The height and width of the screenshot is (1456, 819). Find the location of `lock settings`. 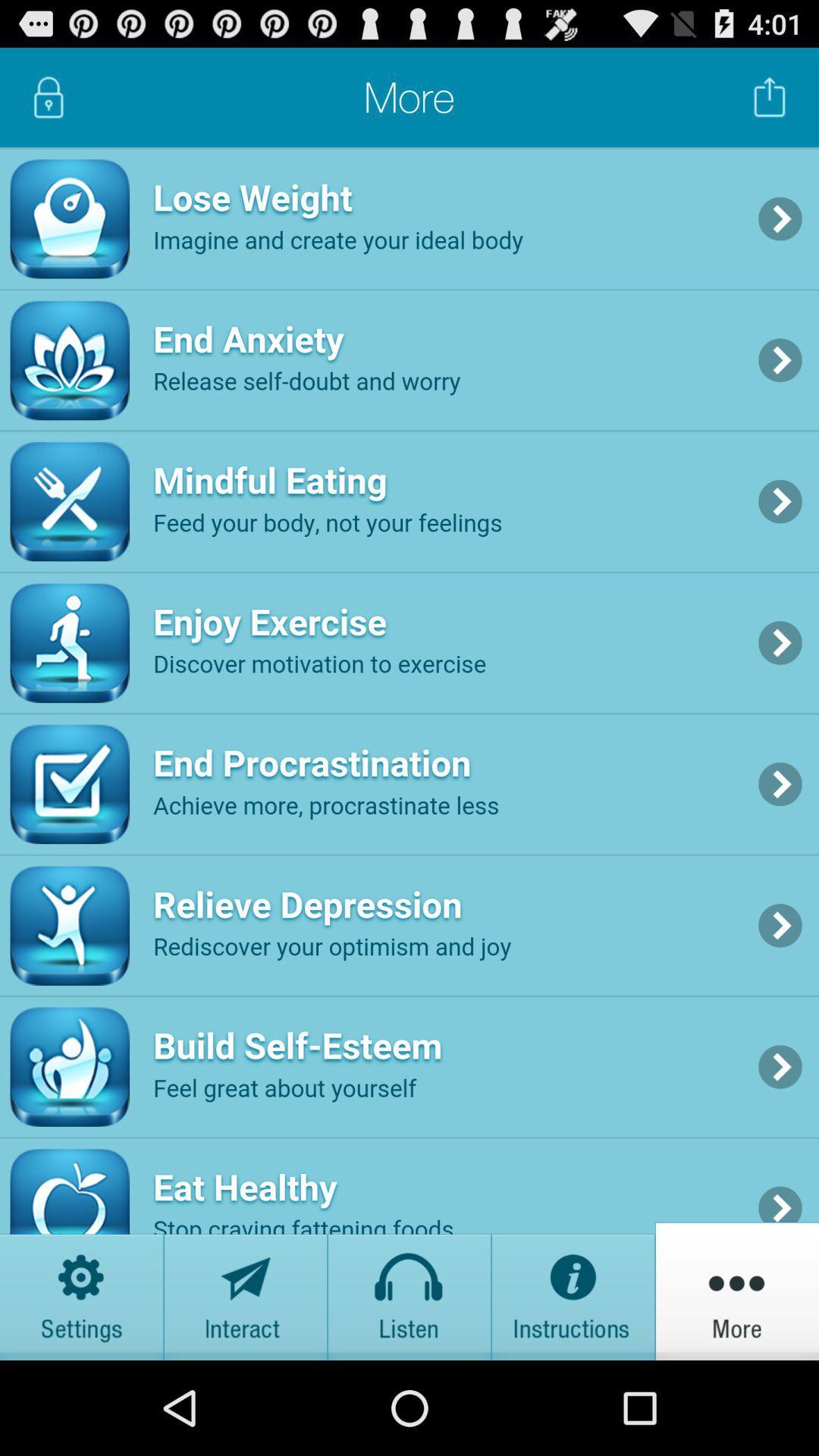

lock settings is located at coordinates (48, 96).